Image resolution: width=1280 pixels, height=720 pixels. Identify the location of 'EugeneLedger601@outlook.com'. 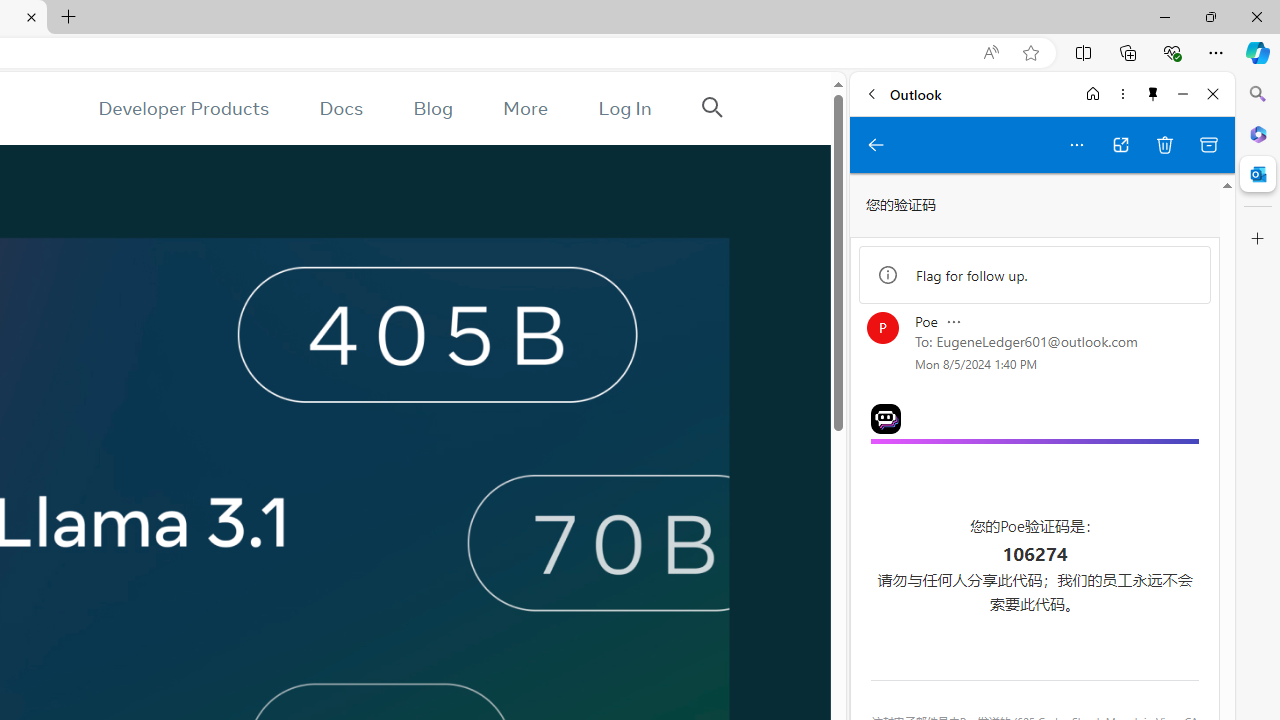
(1037, 340).